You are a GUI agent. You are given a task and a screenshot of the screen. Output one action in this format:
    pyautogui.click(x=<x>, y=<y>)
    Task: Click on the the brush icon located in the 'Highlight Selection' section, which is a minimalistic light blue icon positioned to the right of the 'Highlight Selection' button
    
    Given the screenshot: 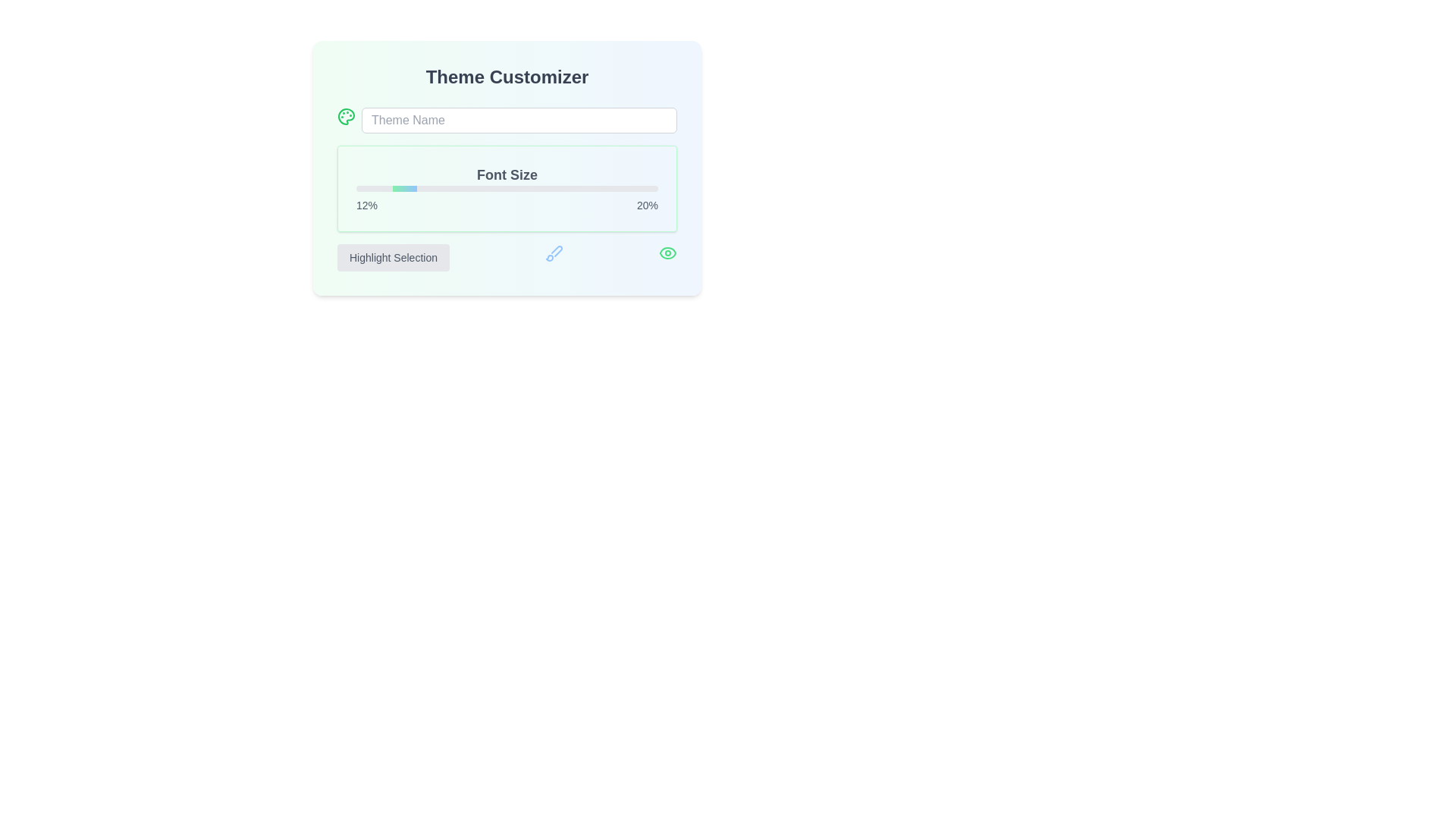 What is the action you would take?
    pyautogui.click(x=553, y=253)
    